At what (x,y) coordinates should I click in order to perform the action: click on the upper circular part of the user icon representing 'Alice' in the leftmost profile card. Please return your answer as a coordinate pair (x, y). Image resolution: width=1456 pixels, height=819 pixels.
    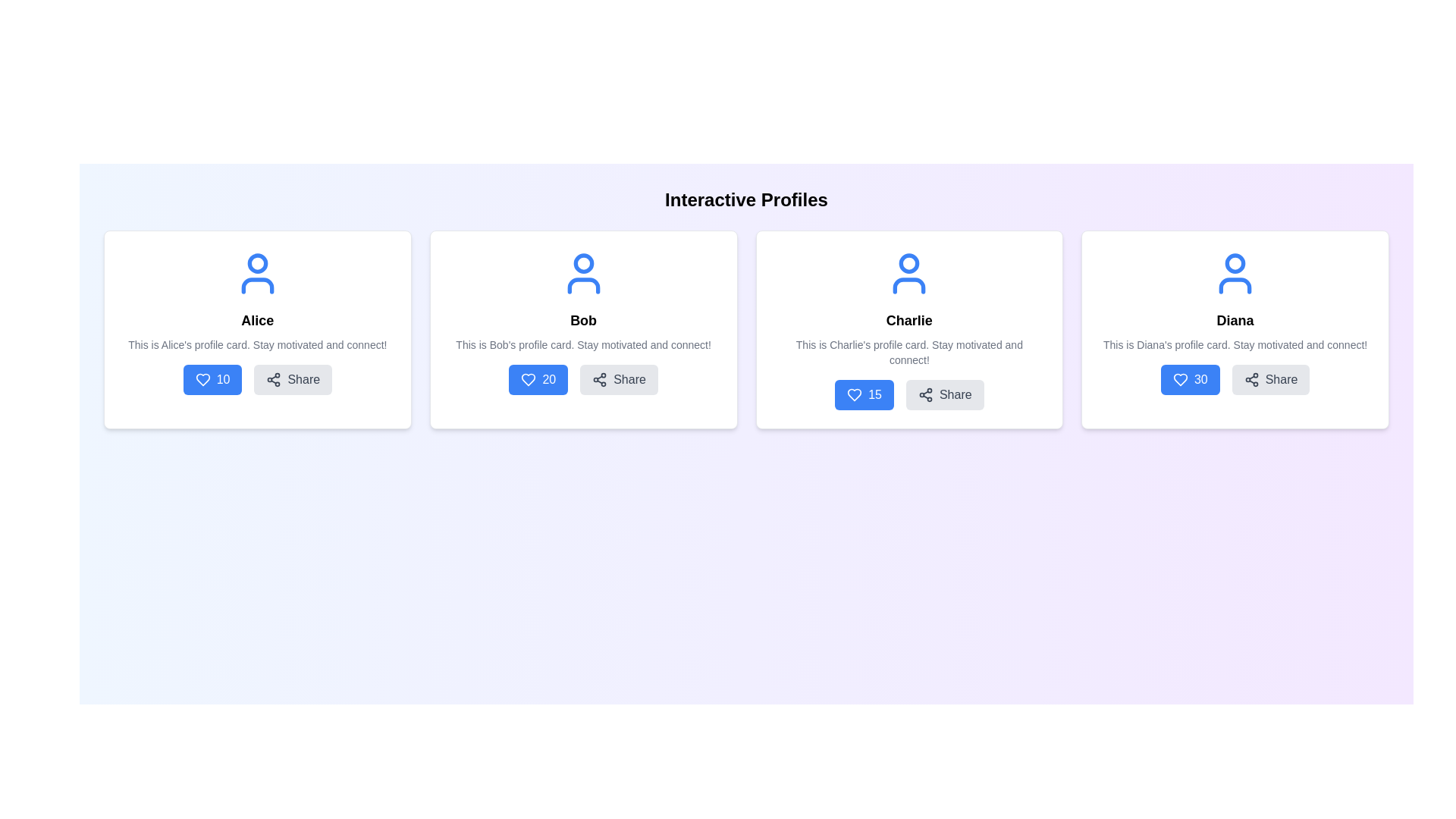
    Looking at the image, I should click on (257, 262).